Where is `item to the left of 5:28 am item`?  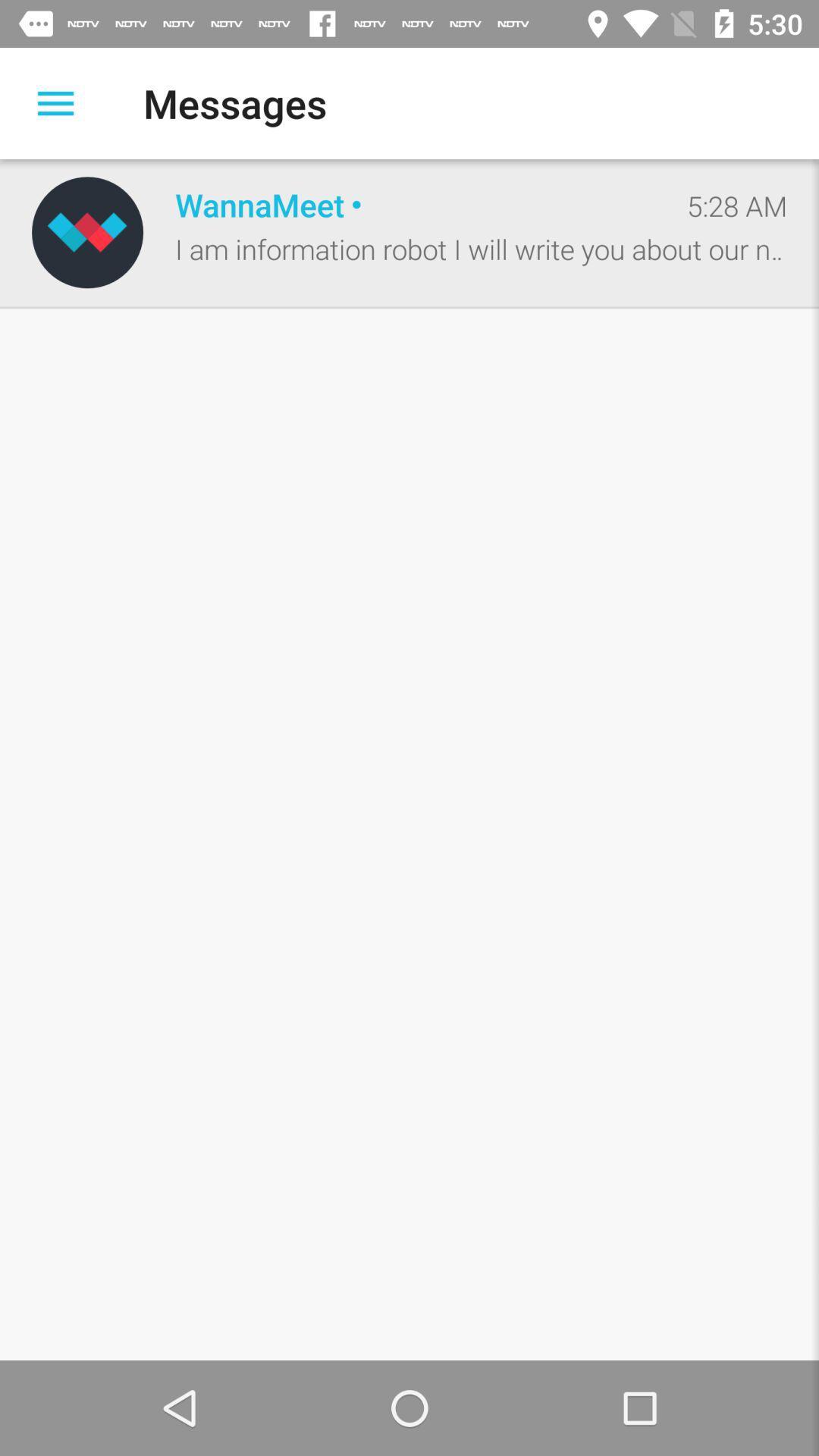 item to the left of 5:28 am item is located at coordinates (415, 203).